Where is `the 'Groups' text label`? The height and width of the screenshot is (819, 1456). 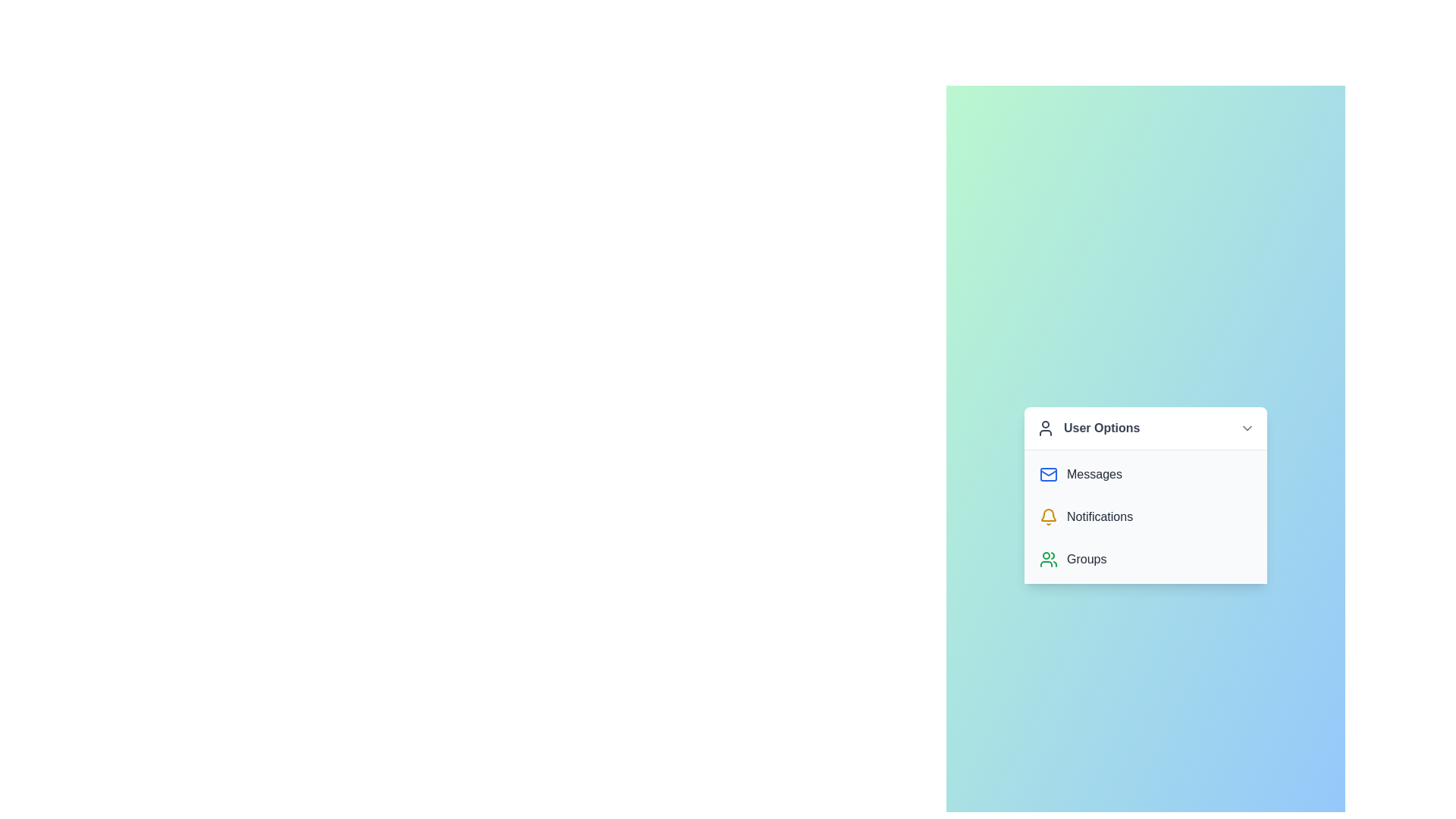 the 'Groups' text label is located at coordinates (1086, 559).